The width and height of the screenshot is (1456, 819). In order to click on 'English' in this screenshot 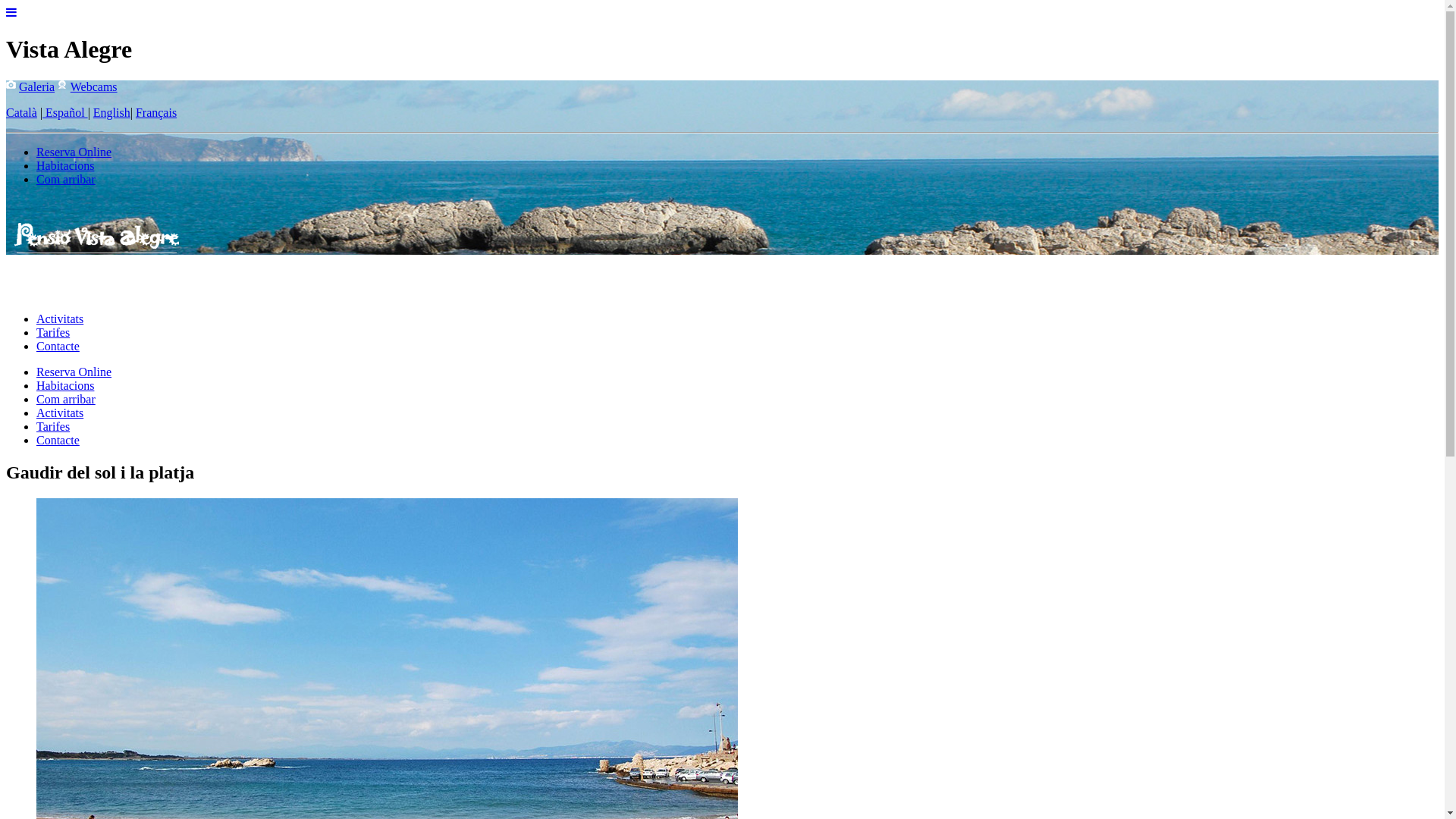, I will do `click(93, 111)`.